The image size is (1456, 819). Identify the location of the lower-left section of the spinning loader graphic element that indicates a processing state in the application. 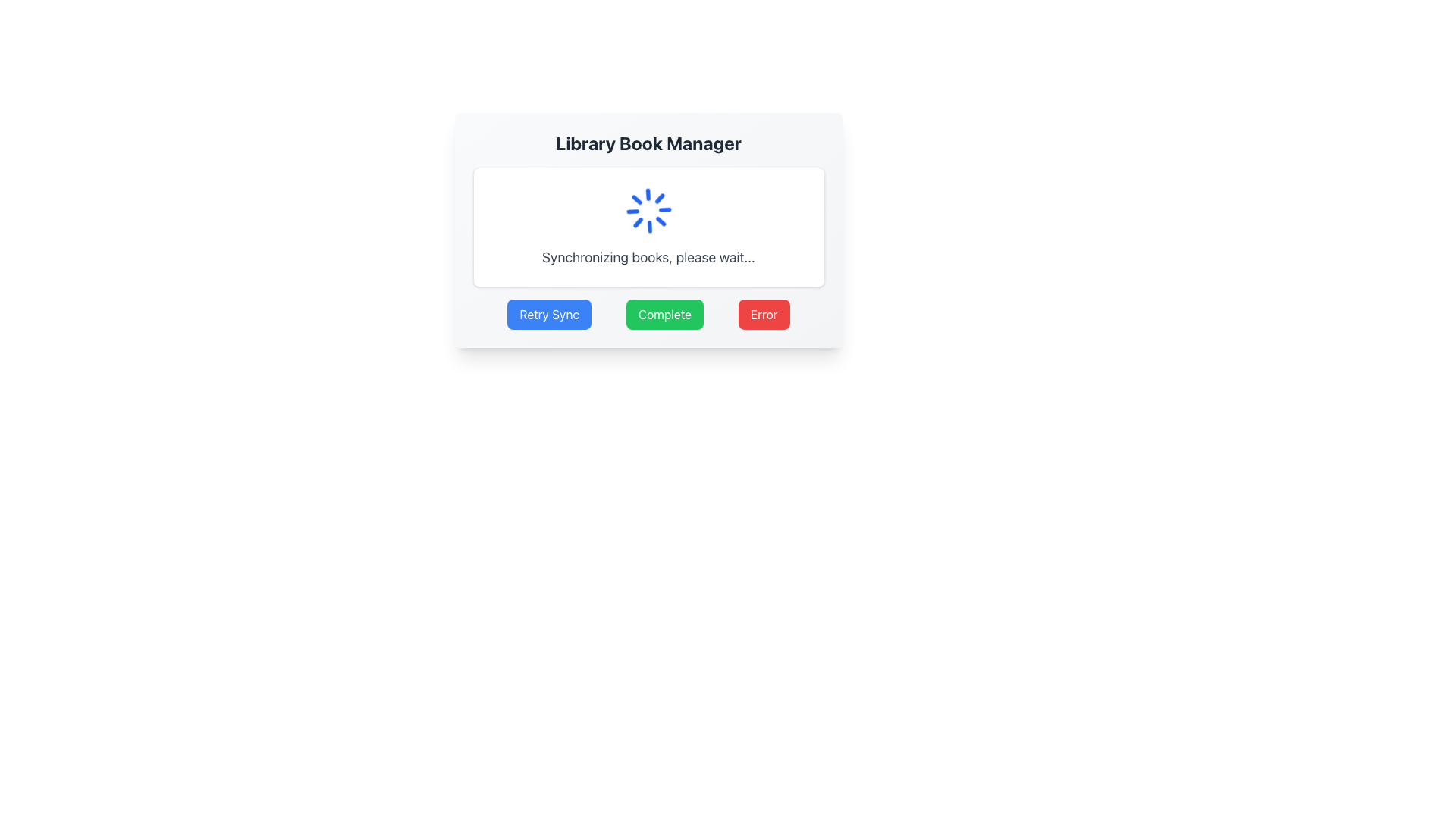
(657, 196).